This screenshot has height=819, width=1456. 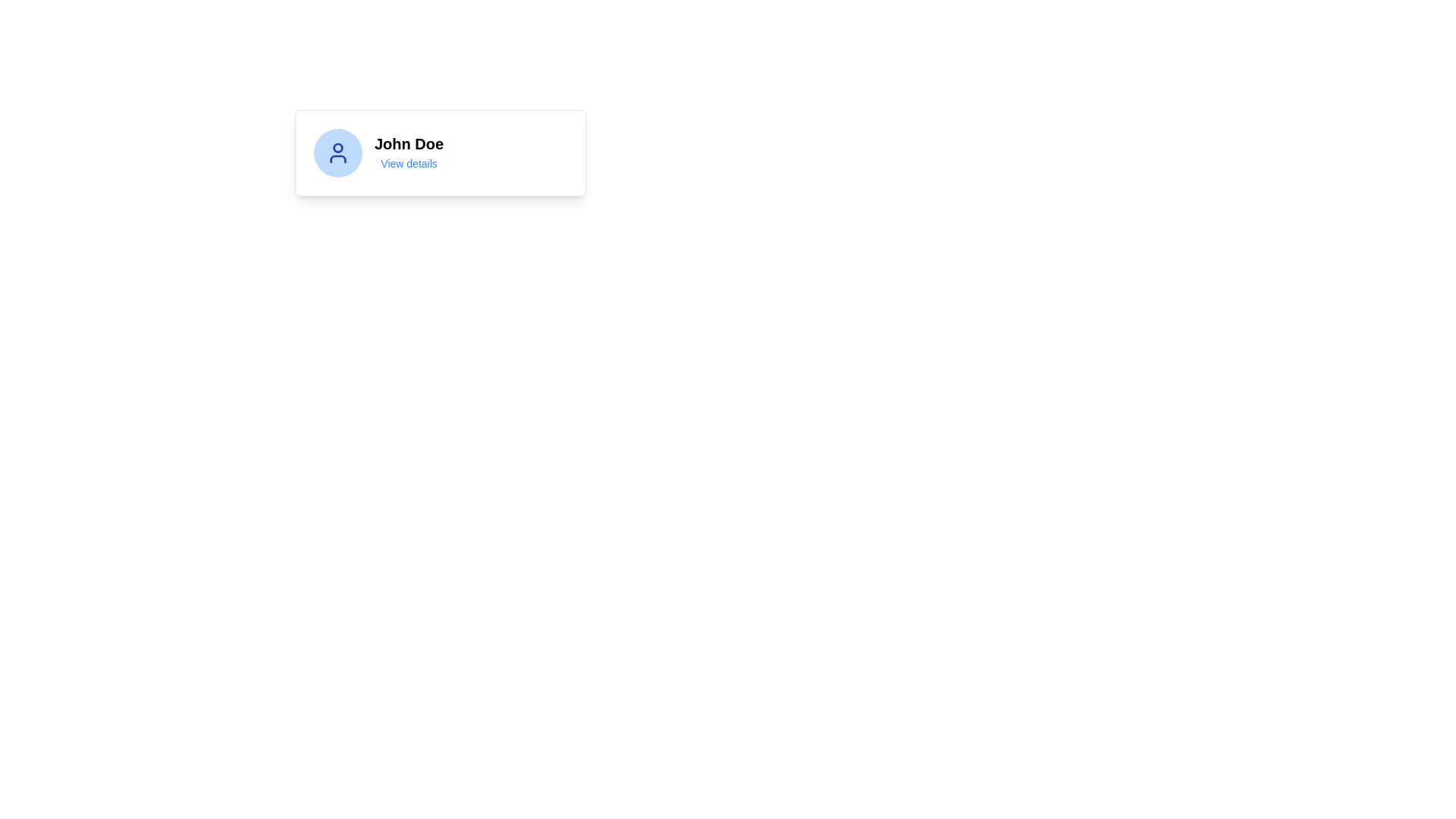 What do you see at coordinates (337, 152) in the screenshot?
I see `the circular avatar element with a blue background containing a user icon, located at the beginning of a horizontal card-like section` at bounding box center [337, 152].